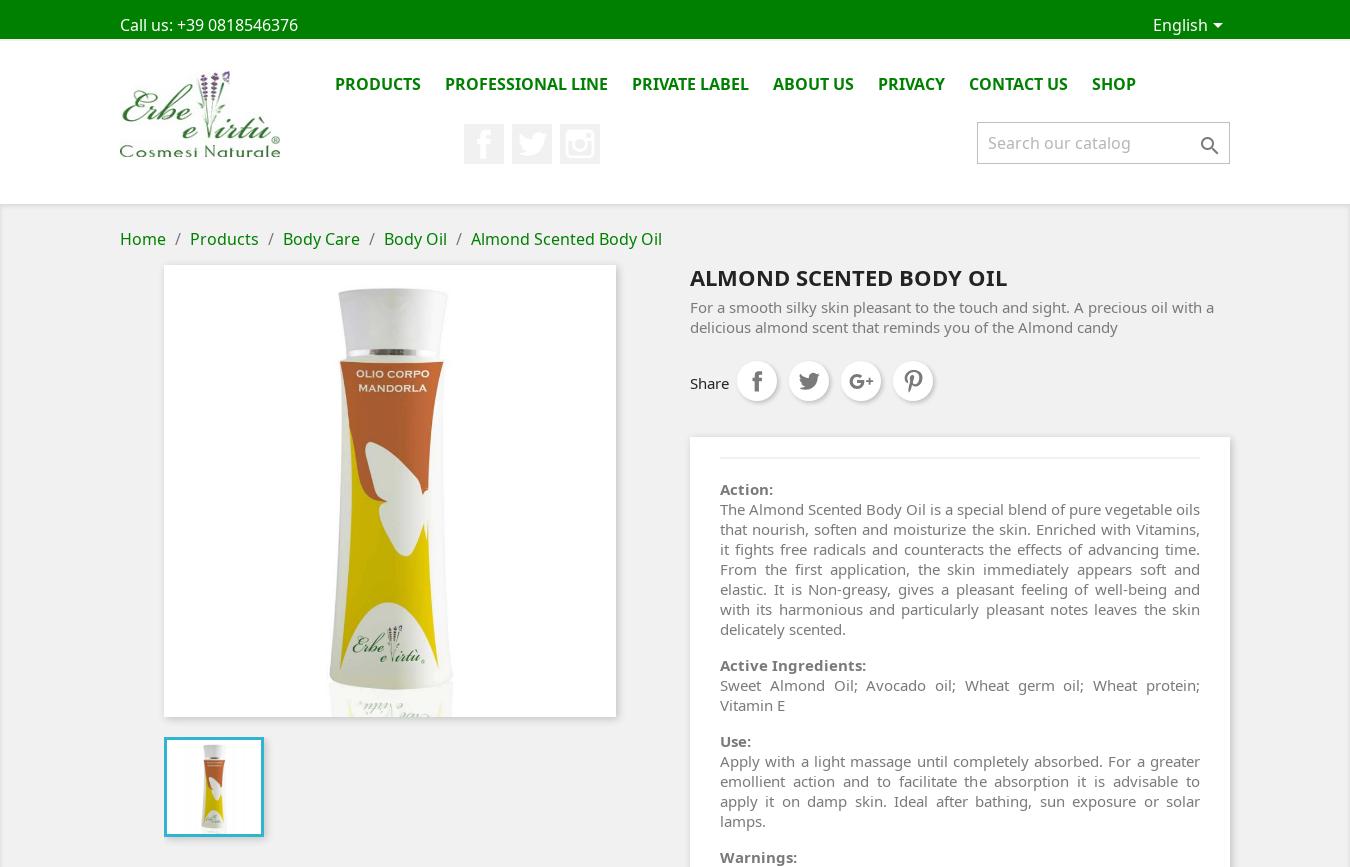 The width and height of the screenshot is (1350, 867). I want to click on 'For a smooth silky skin pleasant to the touch and sight. A precious oil with a delicious almond scent that reminds you of the Almond candy', so click(951, 316).